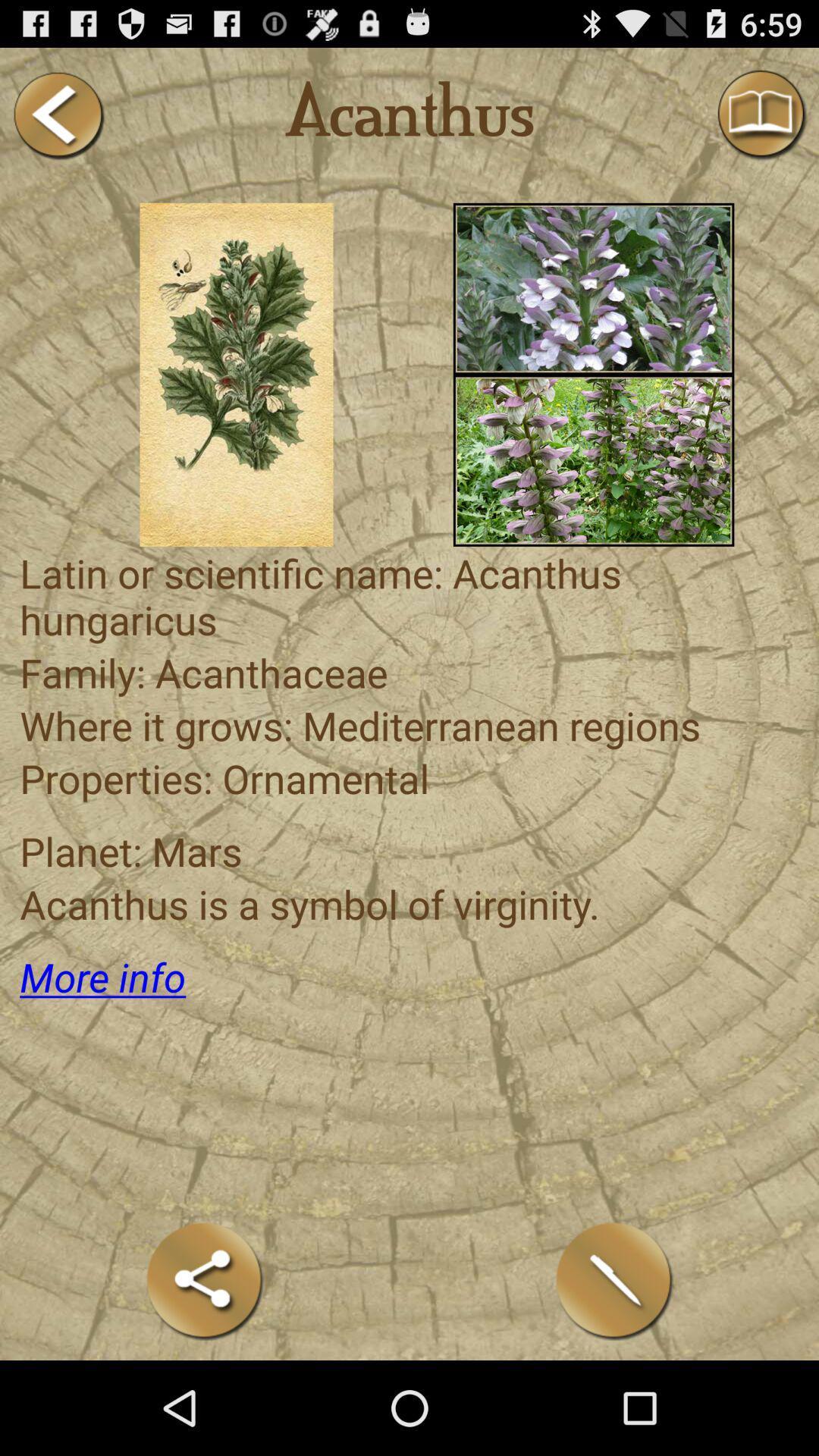  What do you see at coordinates (614, 1280) in the screenshot?
I see `personal notes for this plant` at bounding box center [614, 1280].